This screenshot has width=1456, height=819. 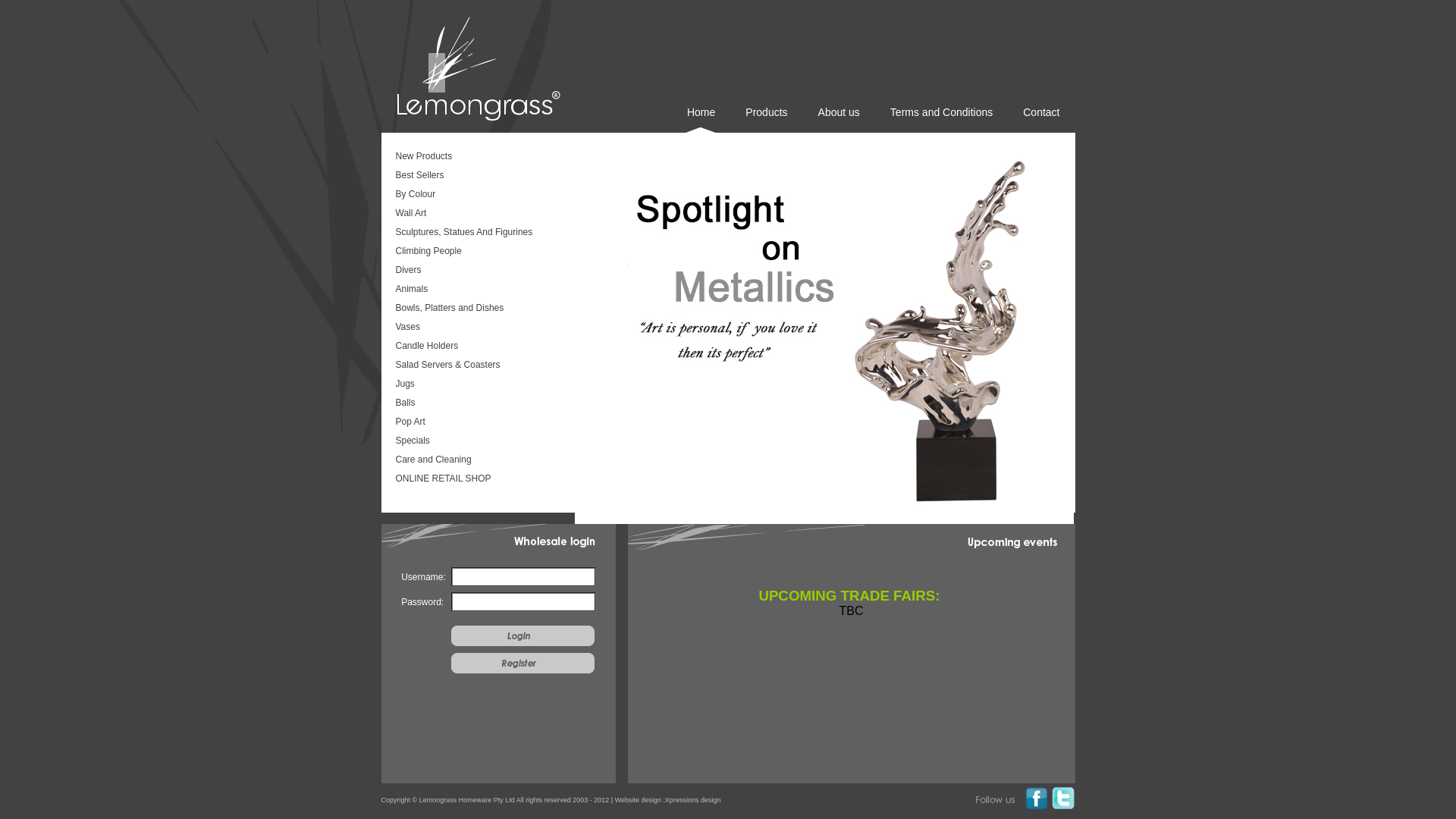 What do you see at coordinates (700, 118) in the screenshot?
I see `'Home'` at bounding box center [700, 118].